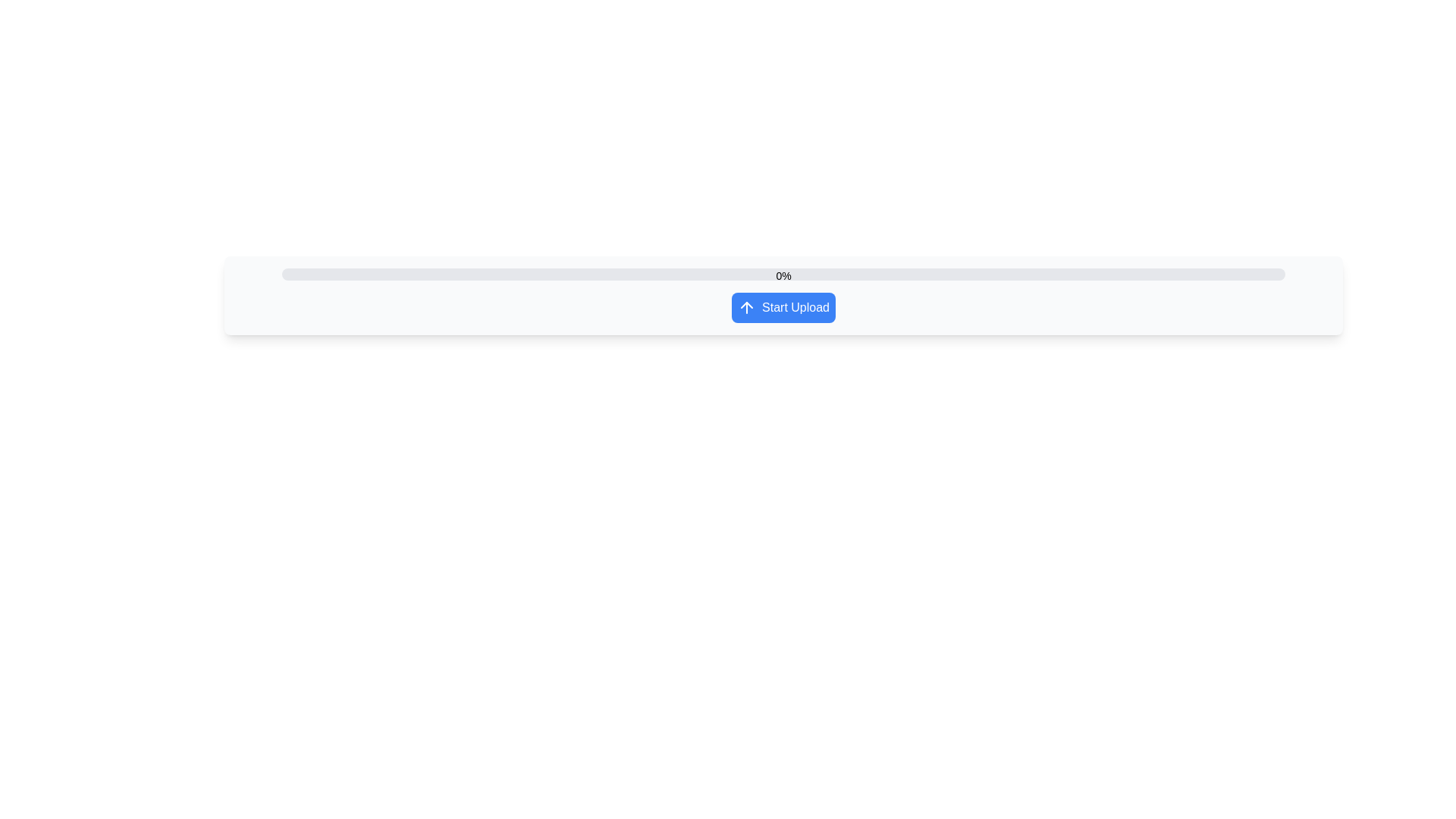 This screenshot has height=819, width=1456. I want to click on the upward pointing arrow icon within the blue button labeled 'Start Upload', located to the left of the text, so click(746, 307).